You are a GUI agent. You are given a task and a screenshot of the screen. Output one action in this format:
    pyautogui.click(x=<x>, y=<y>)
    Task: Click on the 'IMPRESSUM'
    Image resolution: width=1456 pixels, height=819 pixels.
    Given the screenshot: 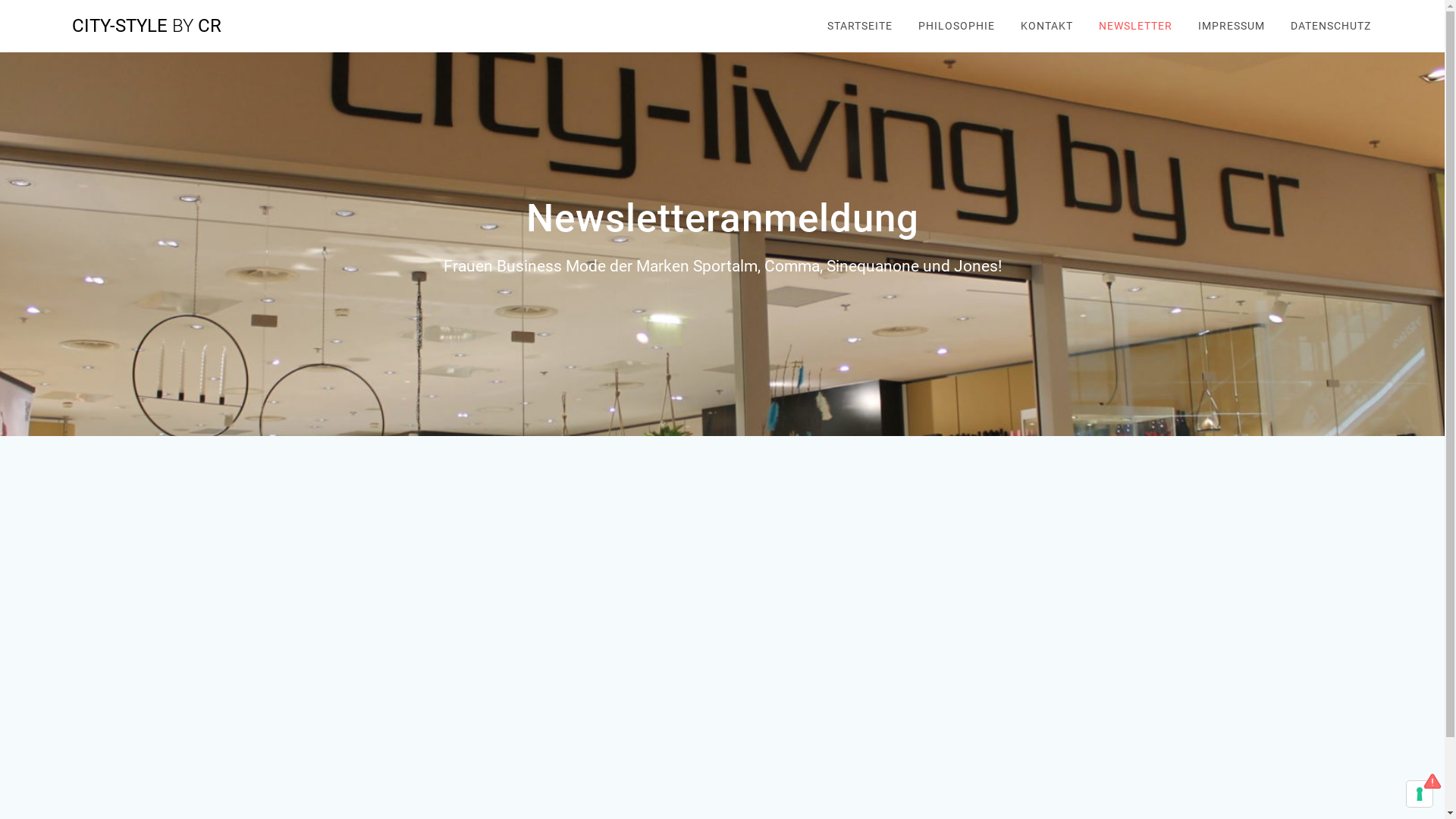 What is the action you would take?
    pyautogui.click(x=1231, y=26)
    